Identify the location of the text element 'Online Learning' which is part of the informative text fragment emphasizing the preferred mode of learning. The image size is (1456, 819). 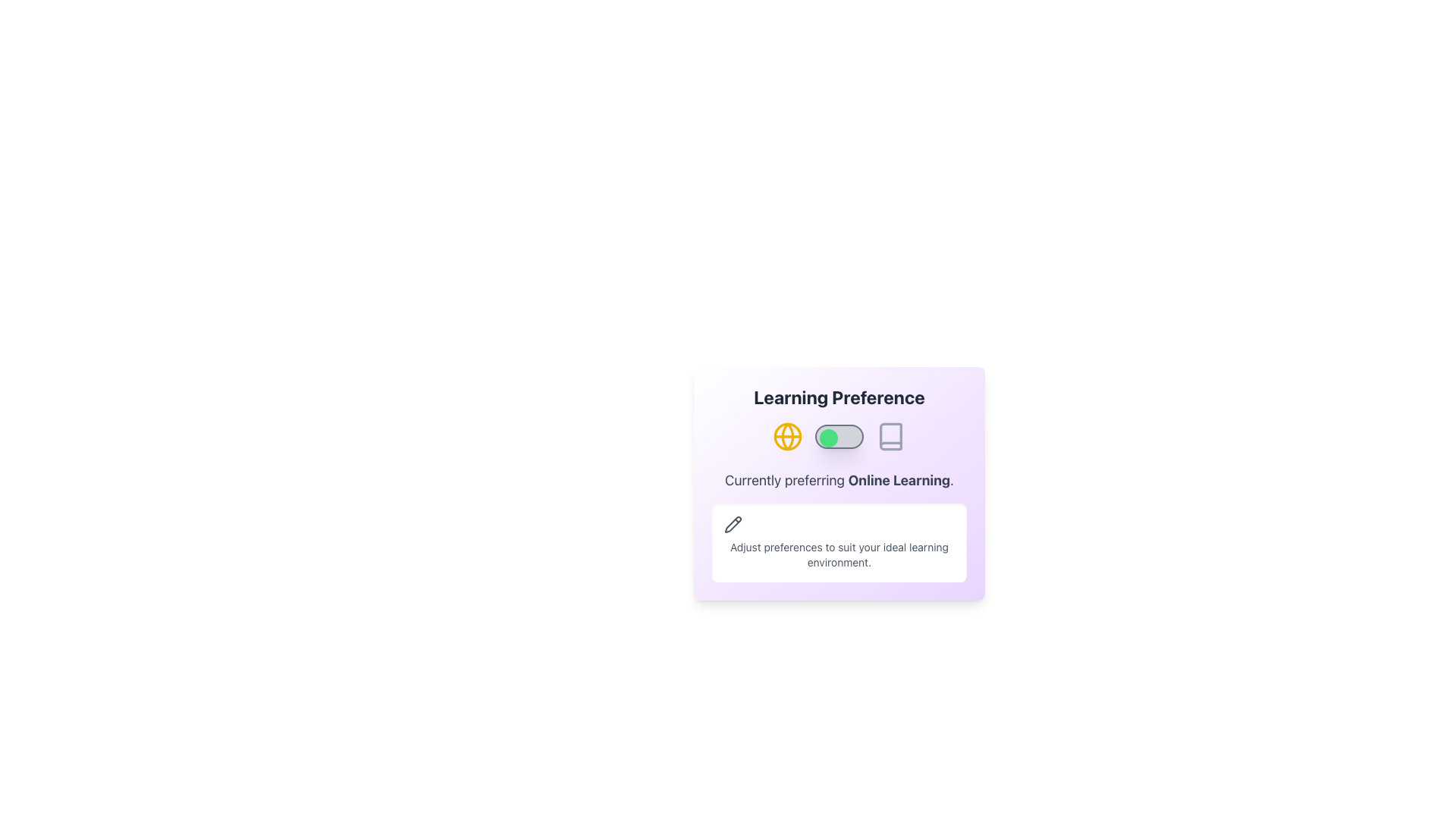
(899, 480).